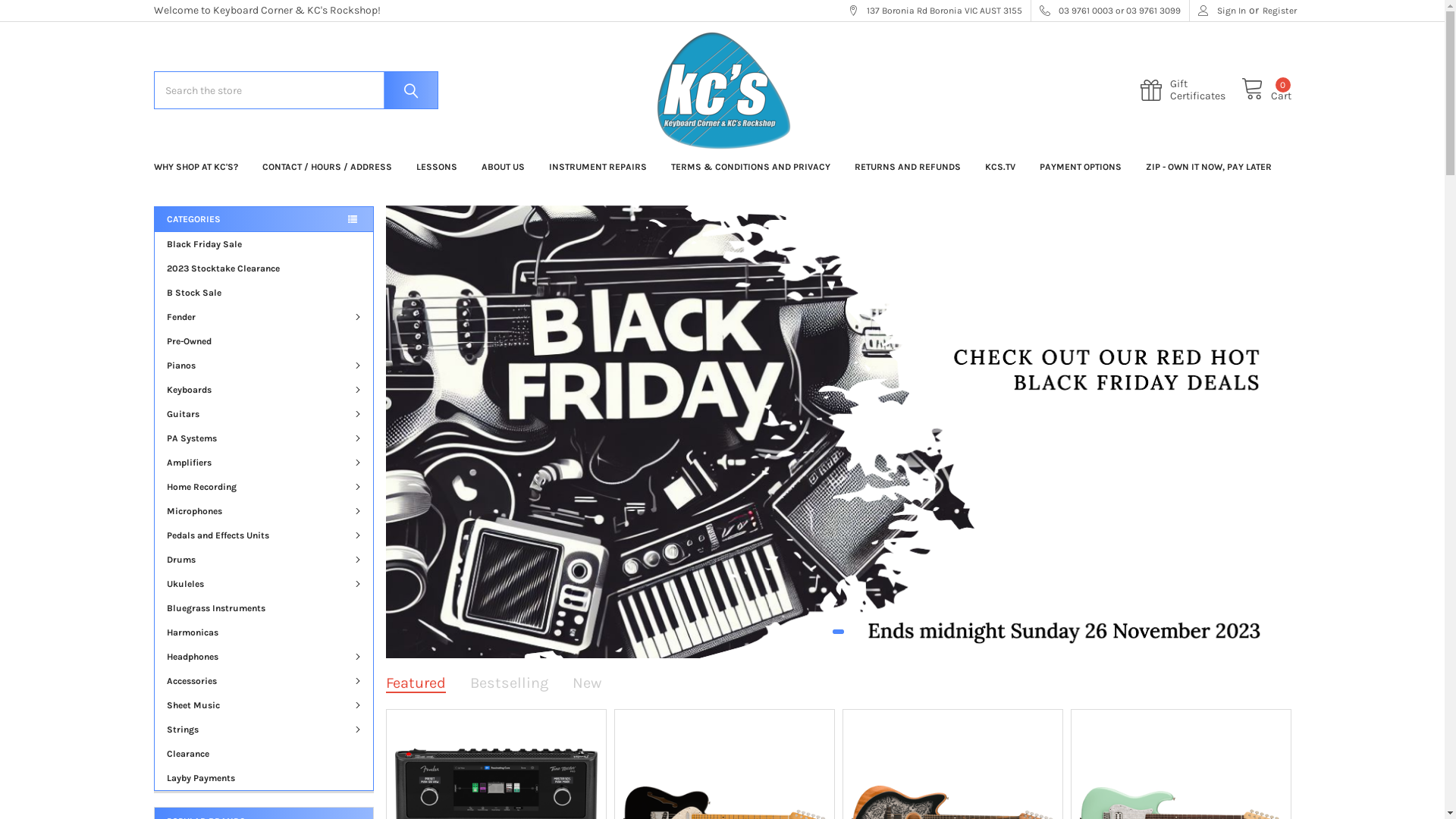 The width and height of the screenshot is (1456, 819). Describe the element at coordinates (263, 534) in the screenshot. I see `'Pedals and Effects Units'` at that location.